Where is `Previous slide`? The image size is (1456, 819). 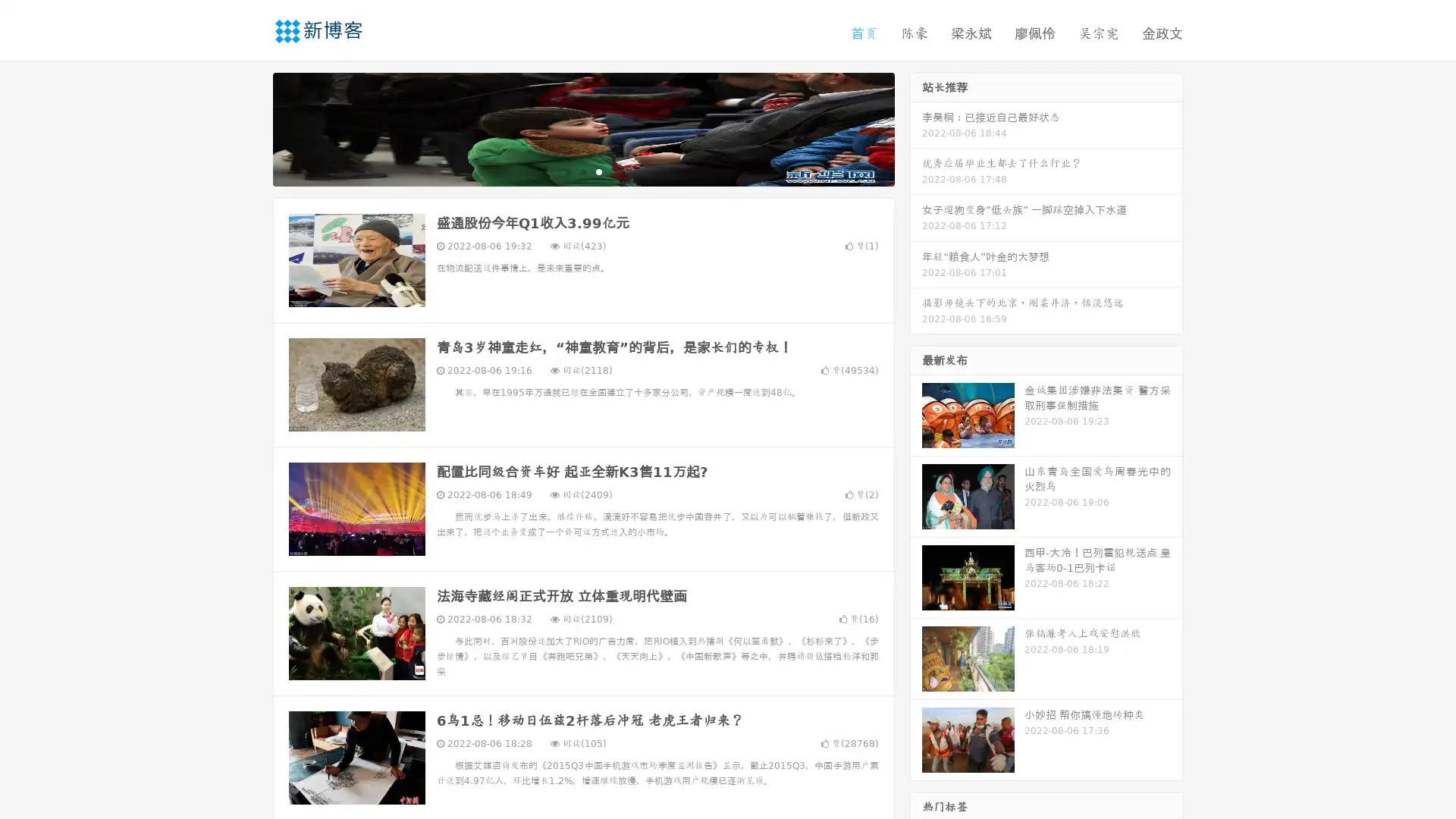 Previous slide is located at coordinates (250, 127).